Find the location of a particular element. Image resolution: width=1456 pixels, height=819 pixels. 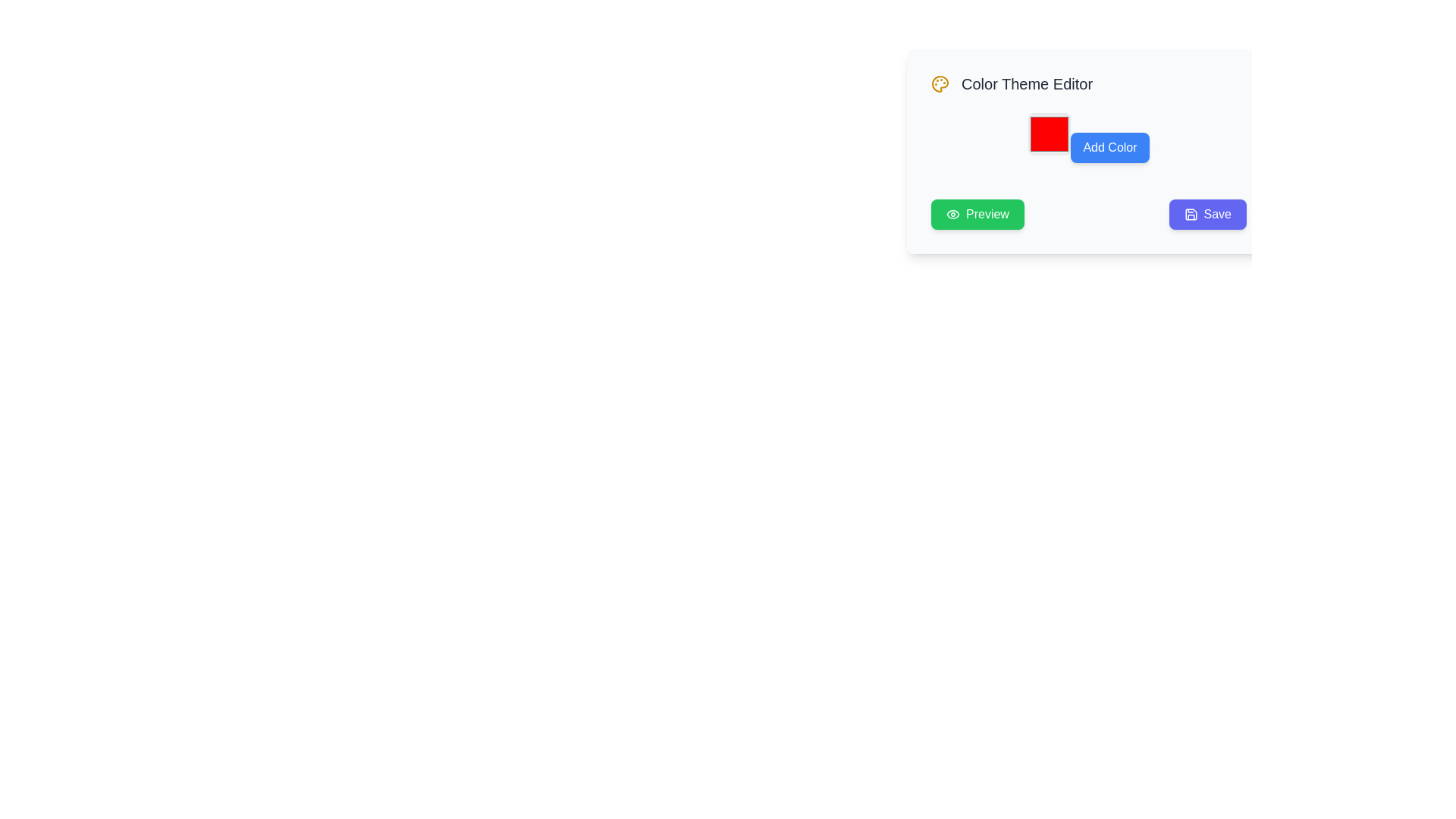

the 'Add Color' button with a blue background and white text in the 'Color Theme Editor' modal is located at coordinates (1087, 152).